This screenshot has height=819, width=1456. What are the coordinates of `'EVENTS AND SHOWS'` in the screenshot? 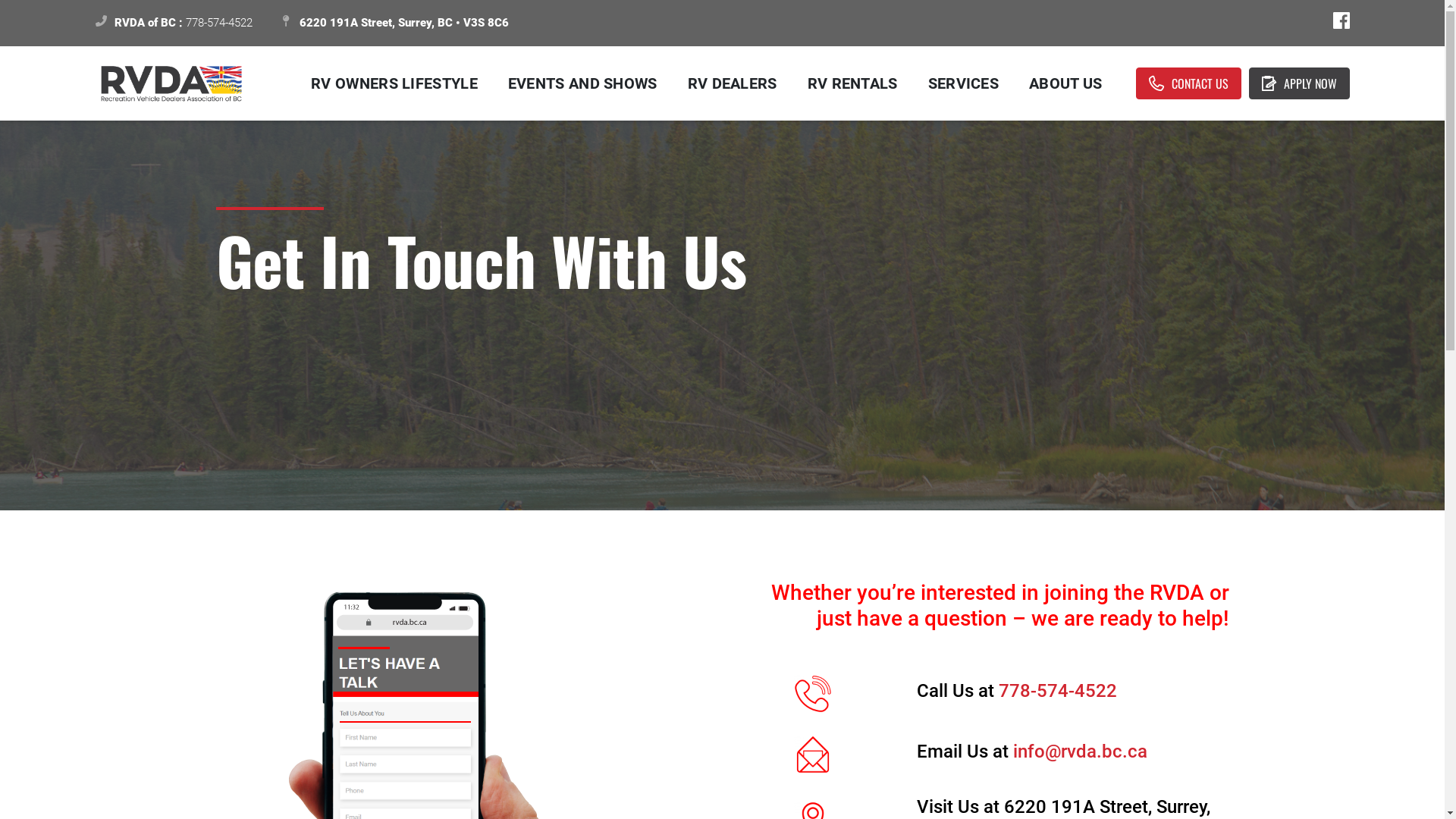 It's located at (582, 83).